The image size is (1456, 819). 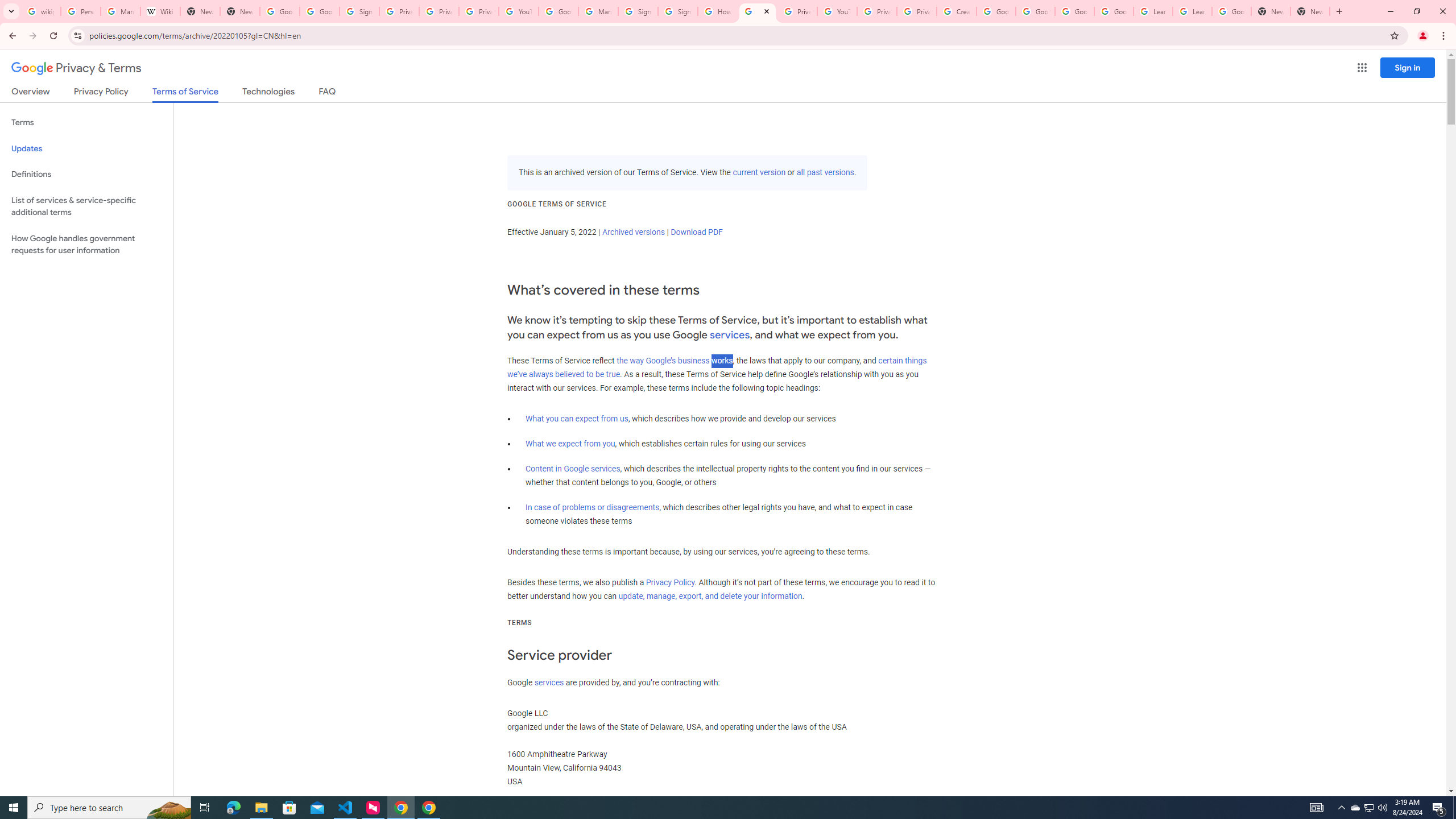 I want to click on 'Create your Google Account', so click(x=955, y=11).